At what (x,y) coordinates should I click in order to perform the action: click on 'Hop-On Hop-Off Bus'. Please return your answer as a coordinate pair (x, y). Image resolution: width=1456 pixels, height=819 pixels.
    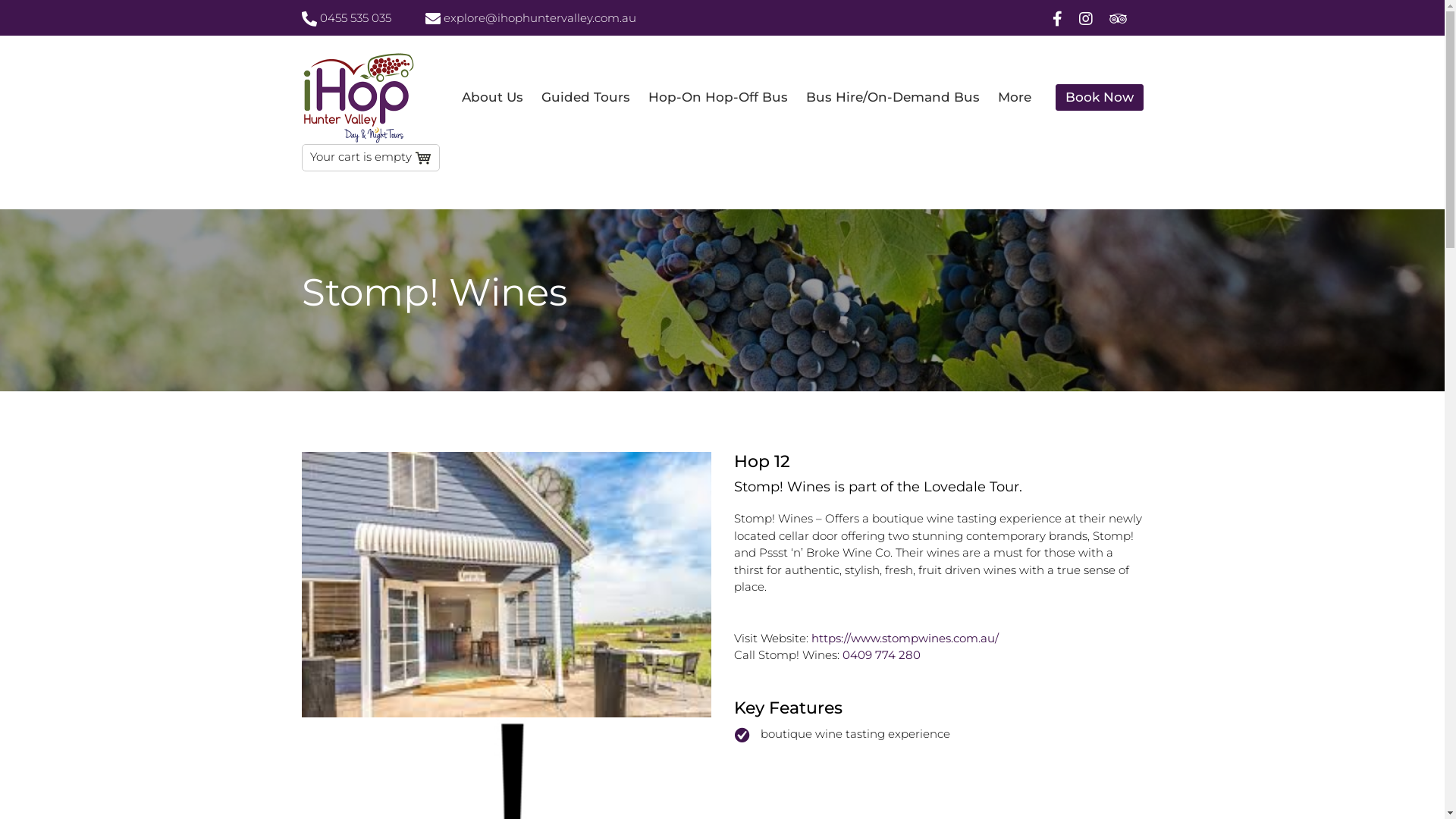
    Looking at the image, I should click on (716, 97).